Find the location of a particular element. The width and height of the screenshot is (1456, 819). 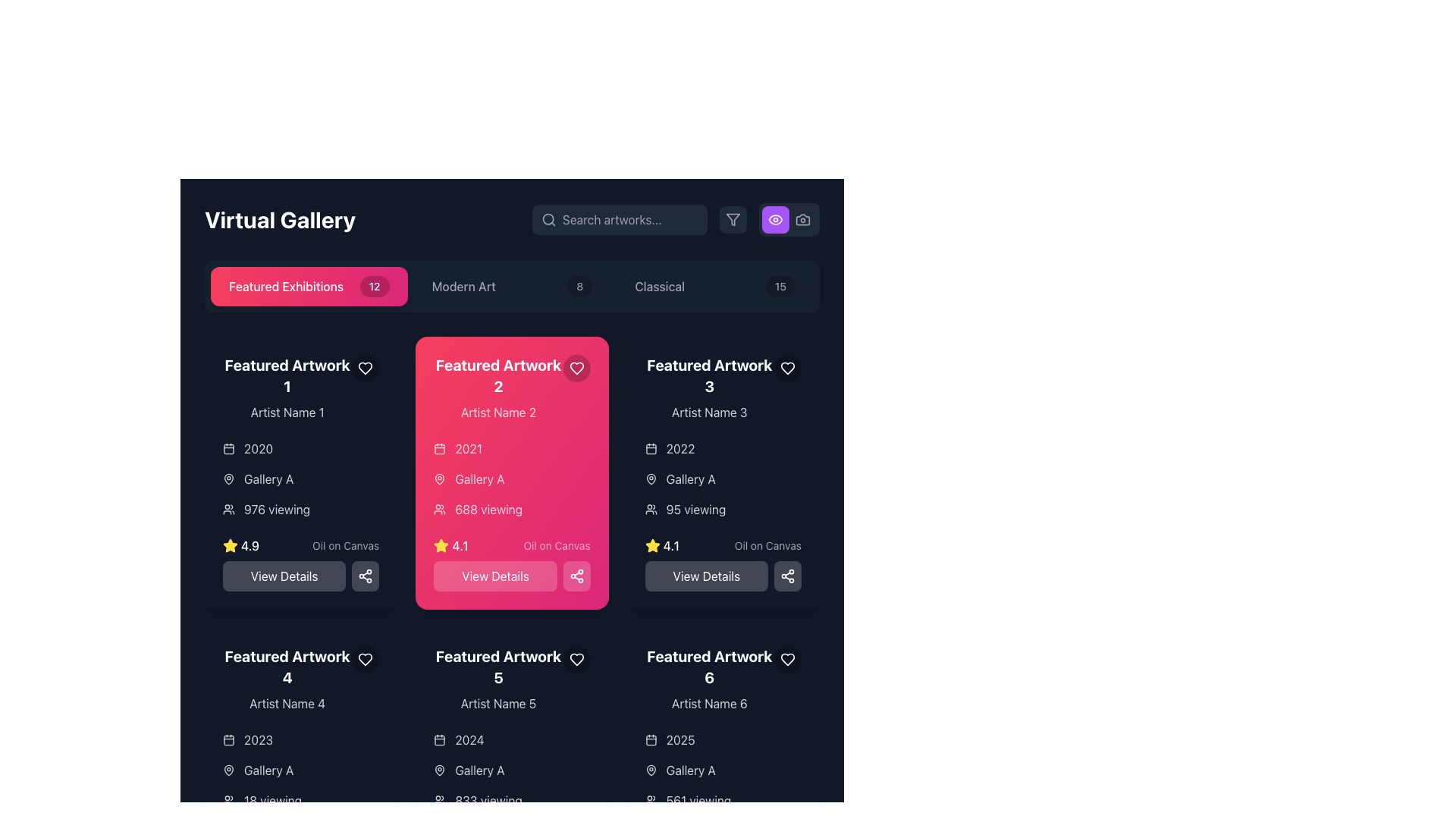

information displayed in the text label that shows '18 viewing' with an accompanying icon of a group of people, located in the fourth artwork section under 'Featured Artwork.' is located at coordinates (301, 800).